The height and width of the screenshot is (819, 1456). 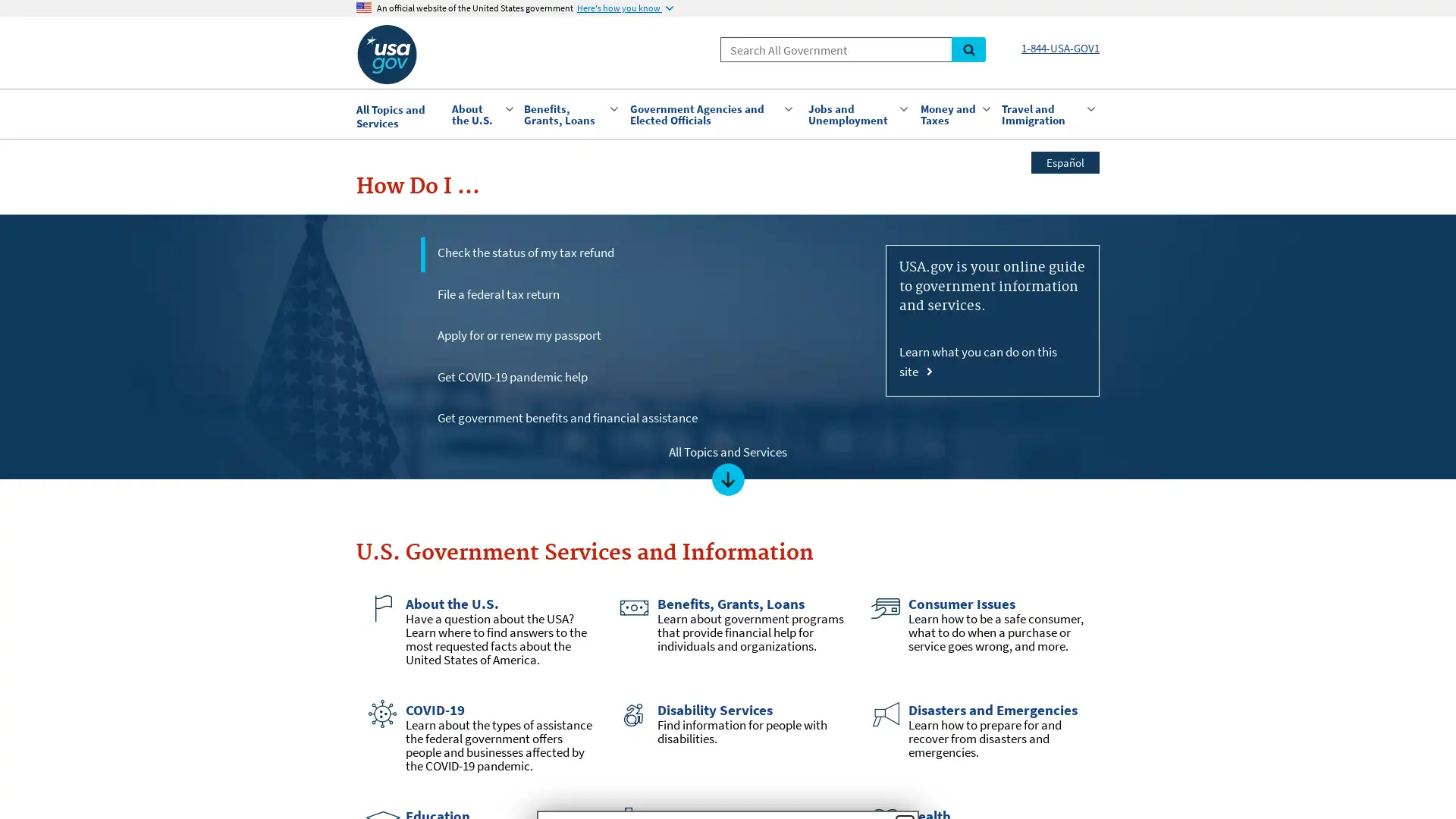 What do you see at coordinates (905, 277) in the screenshot?
I see `Button to close this survey invitation` at bounding box center [905, 277].